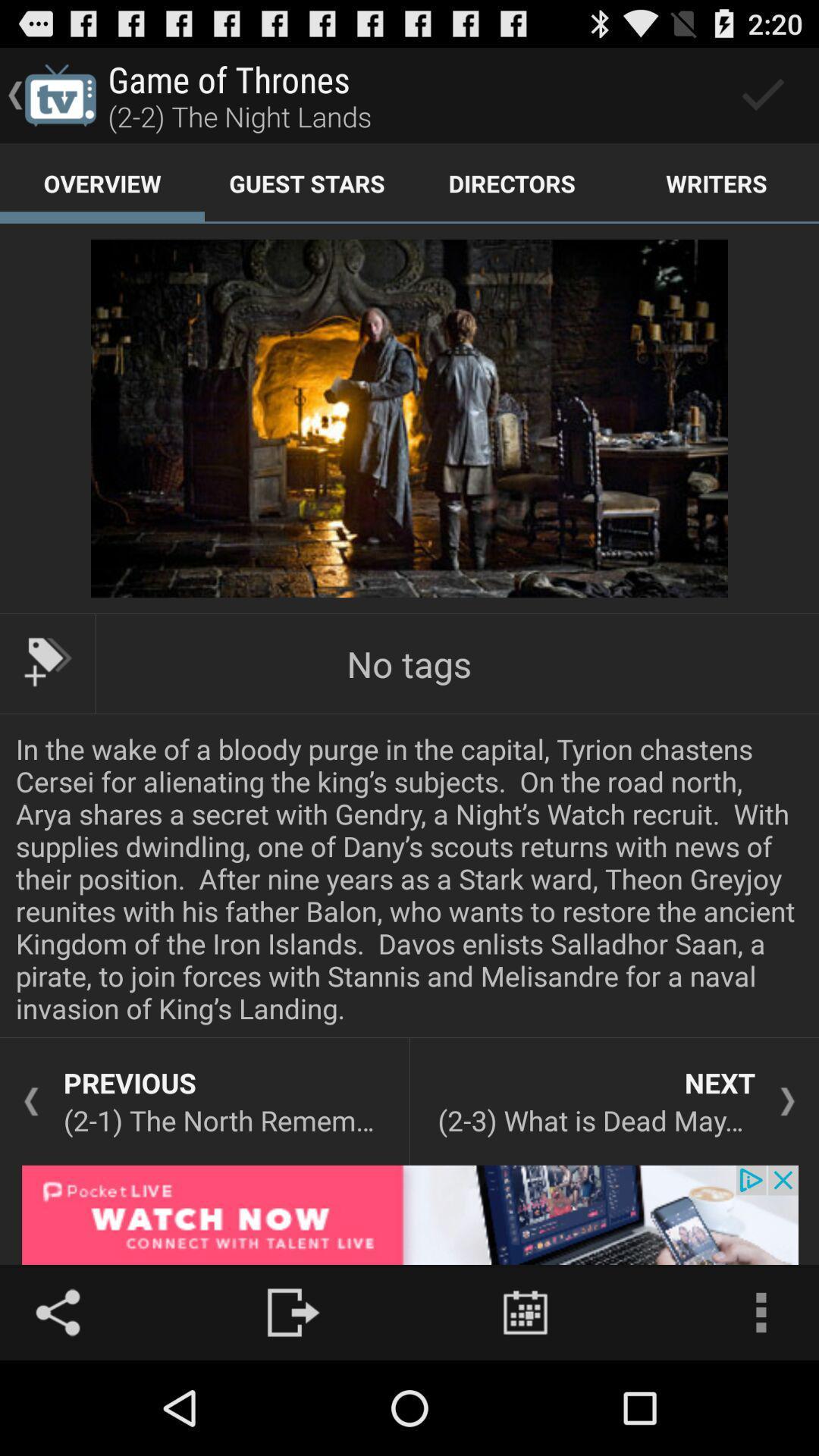  What do you see at coordinates (763, 94) in the screenshot?
I see `mark watched` at bounding box center [763, 94].